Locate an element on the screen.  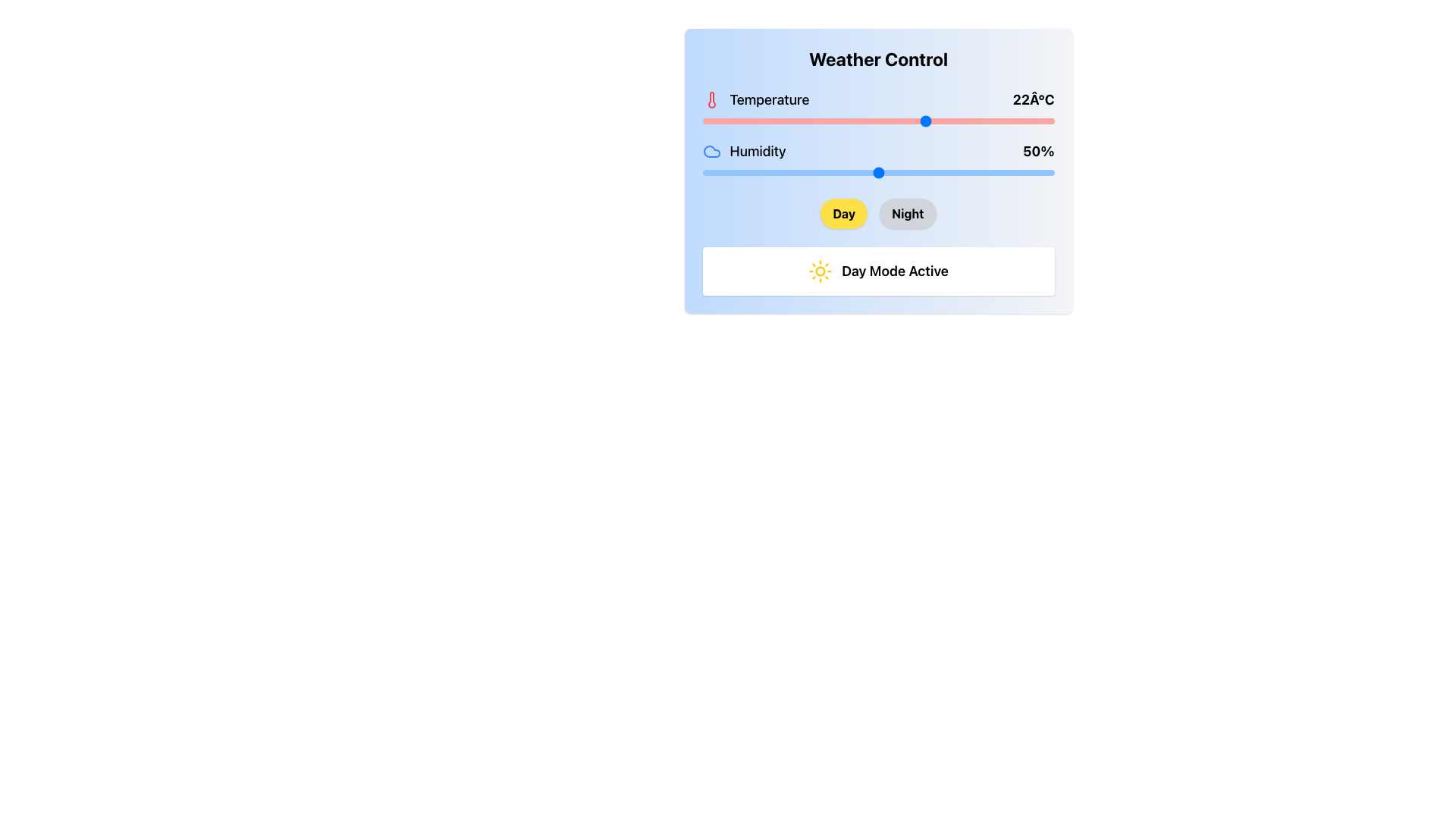
the humidity slider is located at coordinates (712, 171).